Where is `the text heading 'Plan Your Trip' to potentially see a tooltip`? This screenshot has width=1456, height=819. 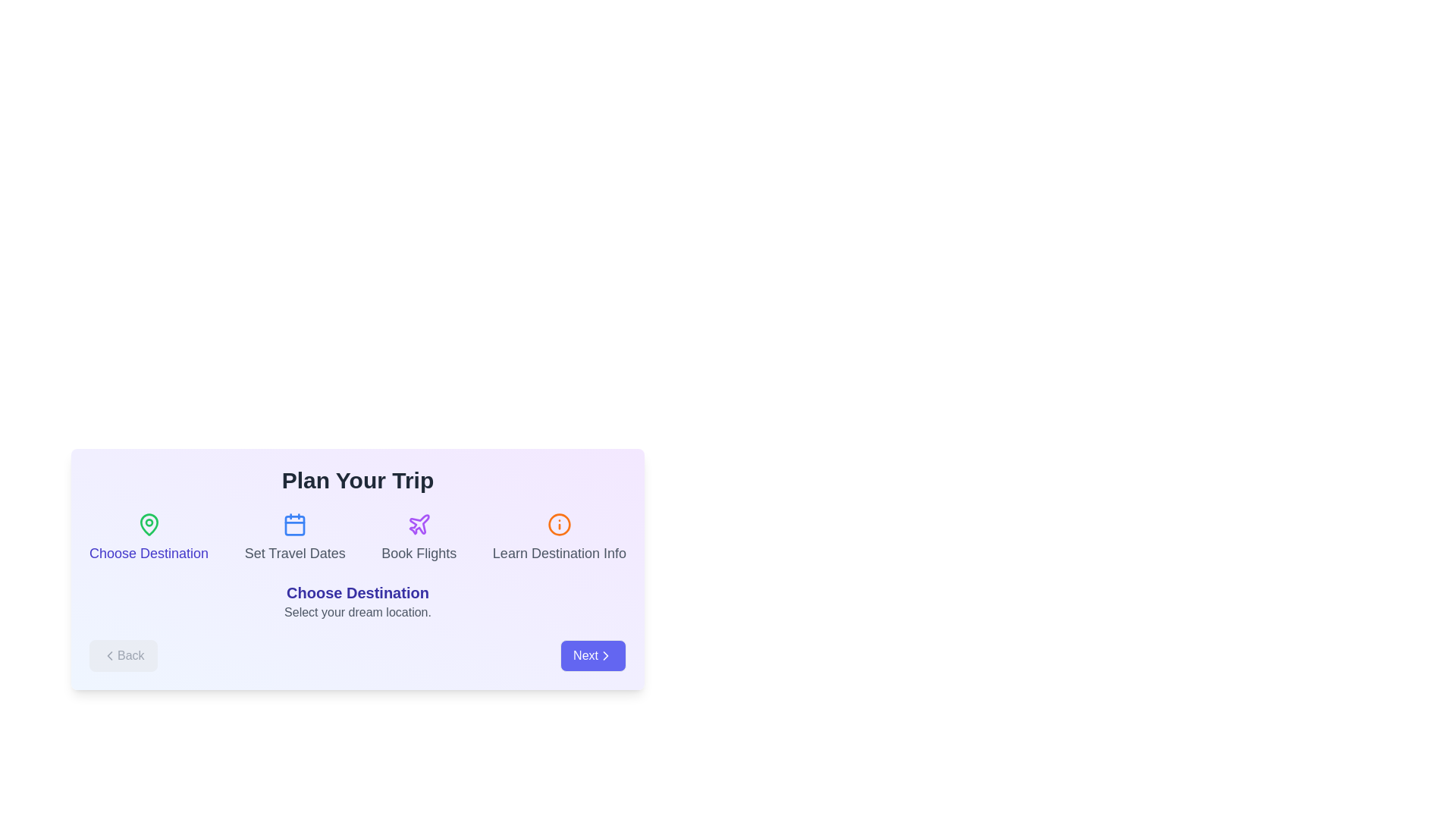
the text heading 'Plan Your Trip' to potentially see a tooltip is located at coordinates (356, 480).